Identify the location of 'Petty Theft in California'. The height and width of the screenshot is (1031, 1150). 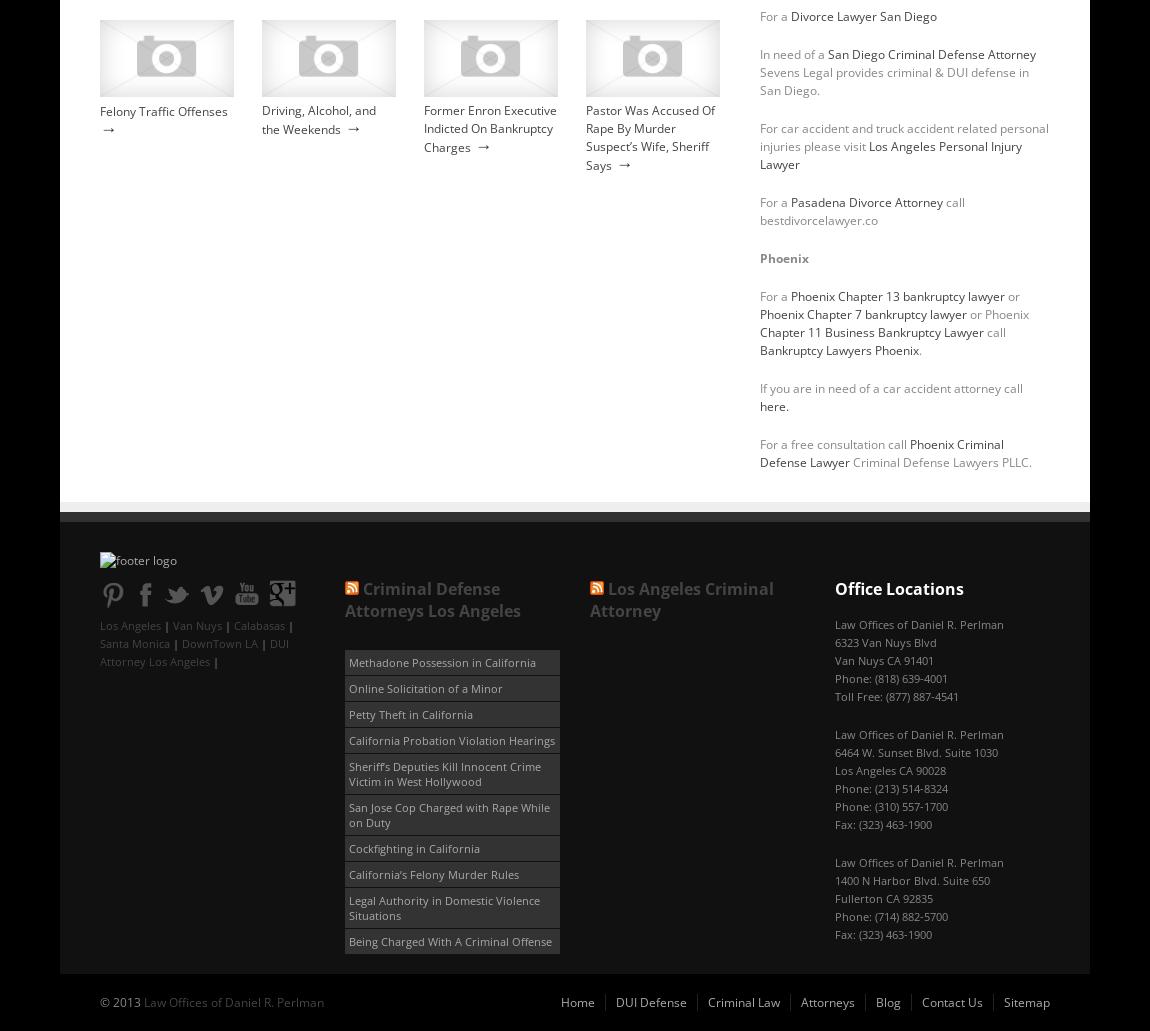
(411, 714).